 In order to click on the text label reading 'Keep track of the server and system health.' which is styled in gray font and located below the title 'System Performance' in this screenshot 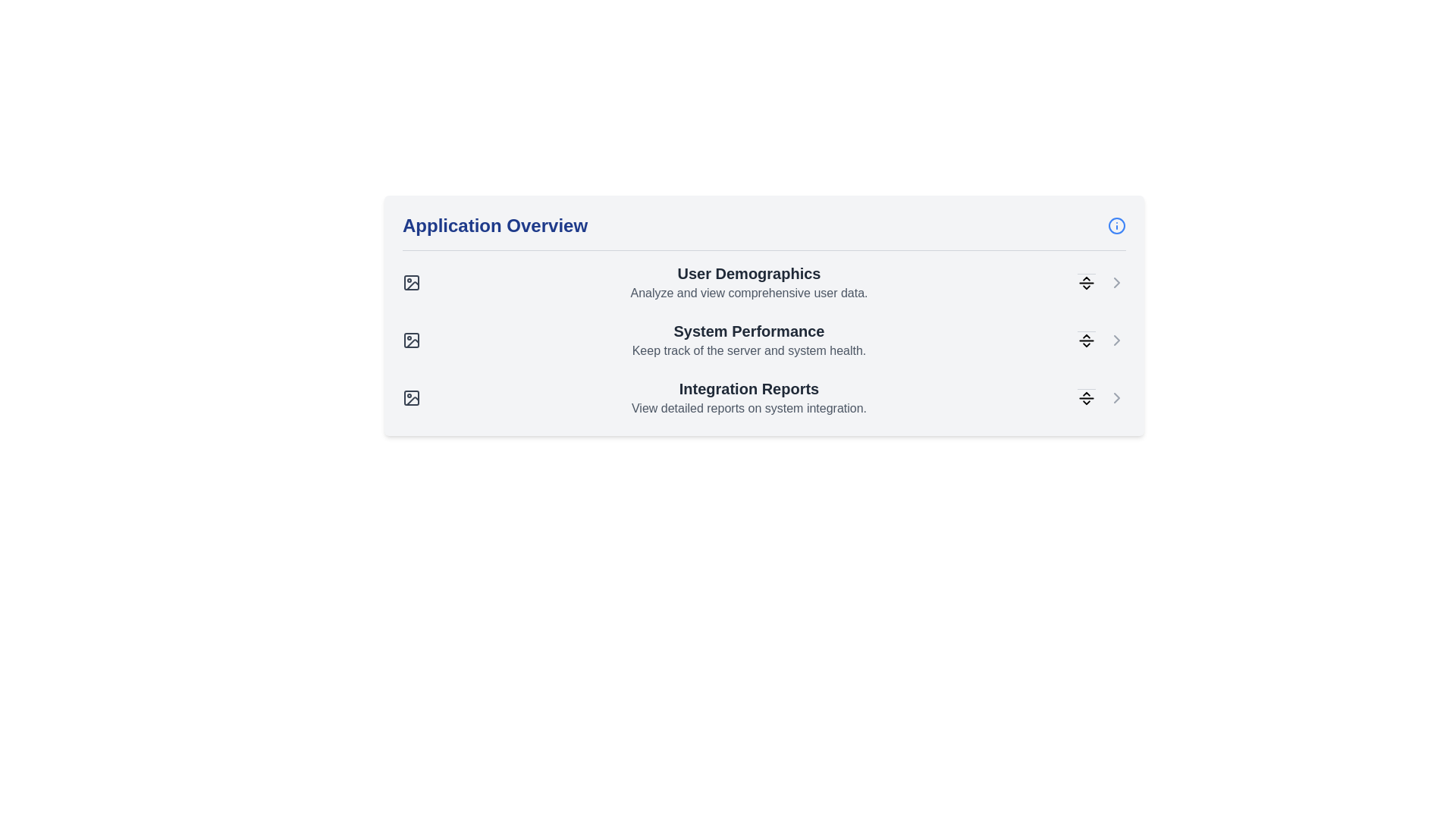, I will do `click(749, 350)`.